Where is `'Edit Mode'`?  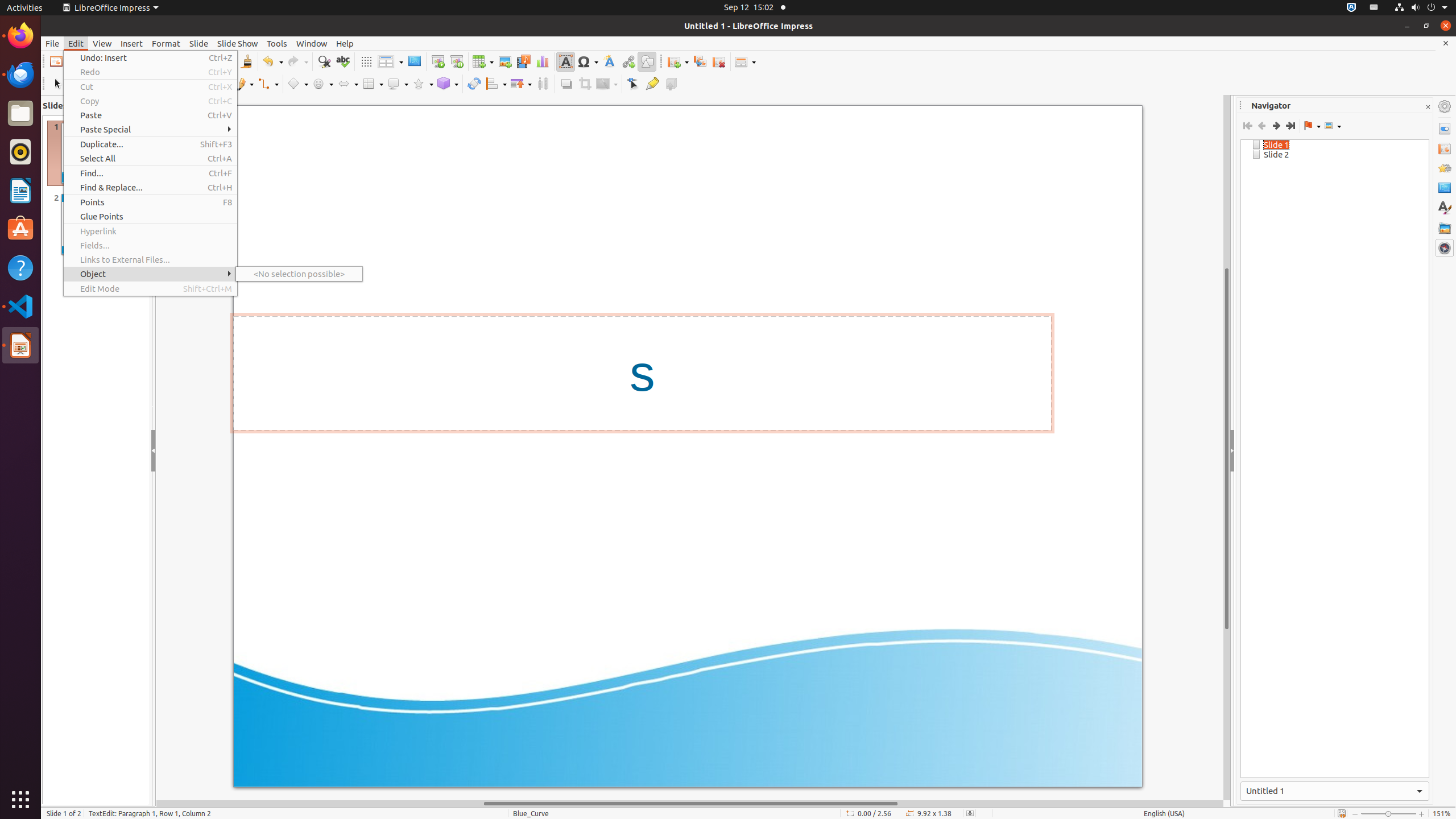 'Edit Mode' is located at coordinates (150, 288).